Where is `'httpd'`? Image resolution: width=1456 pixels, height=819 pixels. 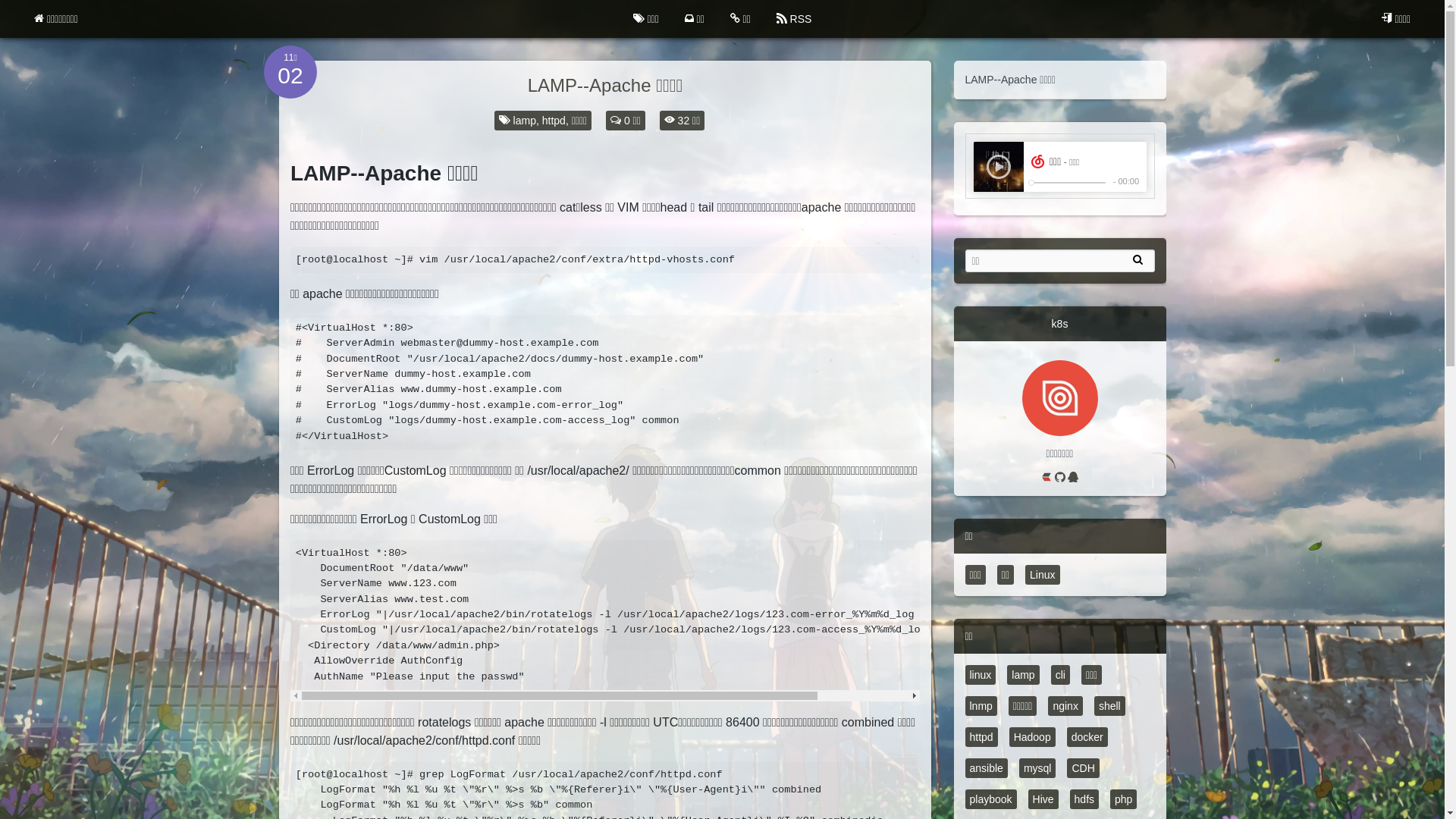 'httpd' is located at coordinates (981, 736).